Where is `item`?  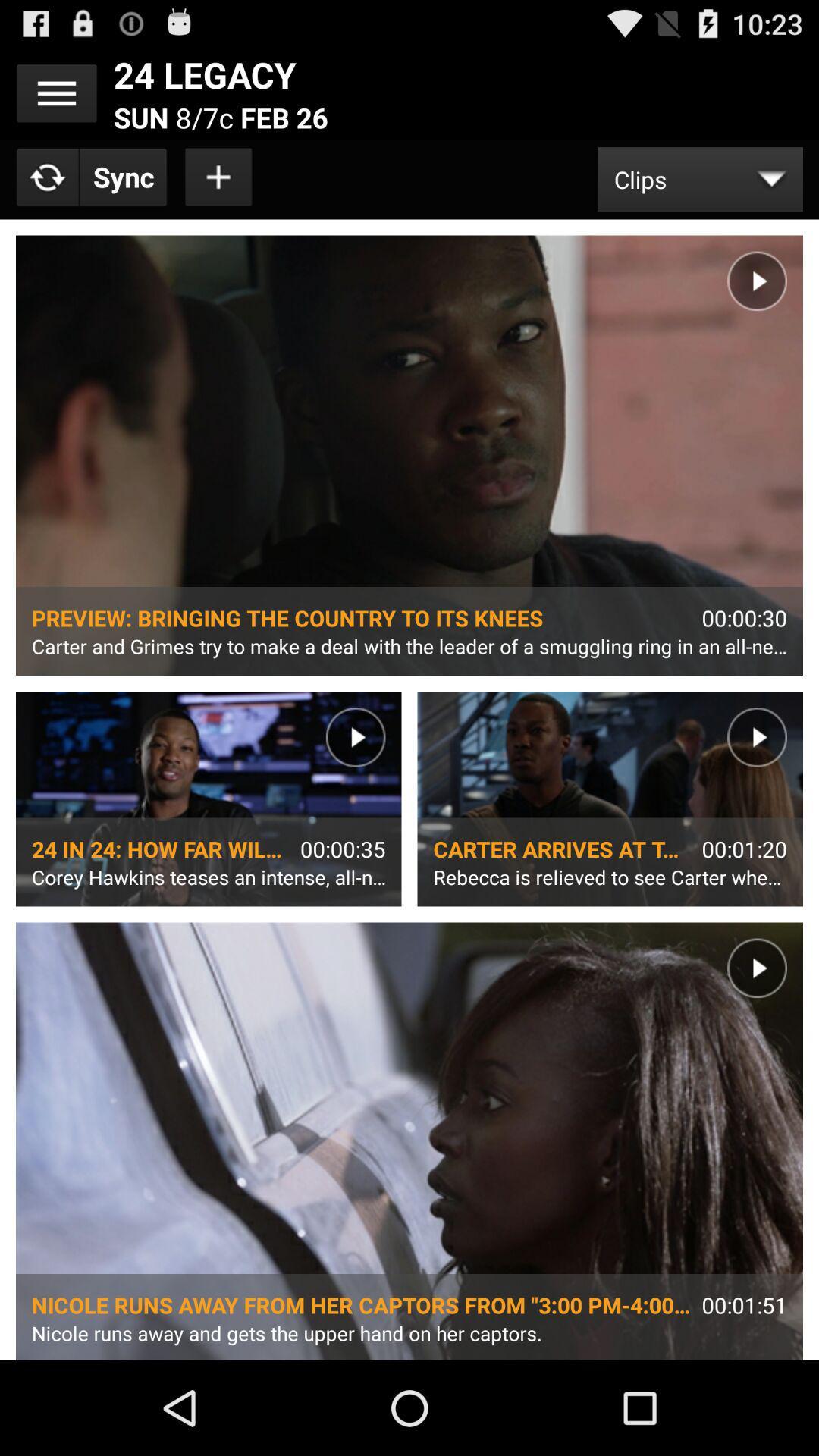
item is located at coordinates (219, 177).